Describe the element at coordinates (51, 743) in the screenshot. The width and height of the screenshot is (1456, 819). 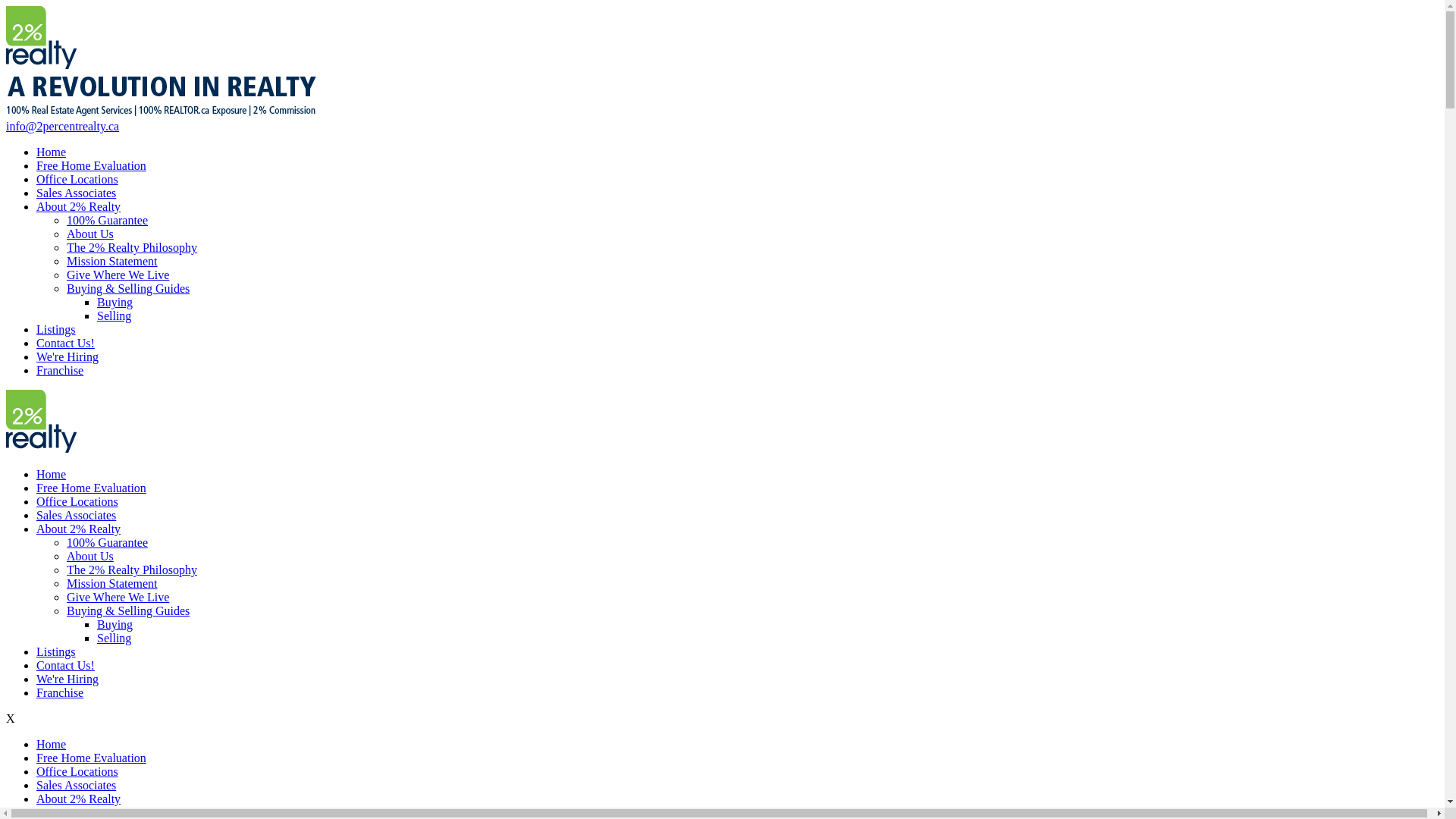
I see `'Home'` at that location.